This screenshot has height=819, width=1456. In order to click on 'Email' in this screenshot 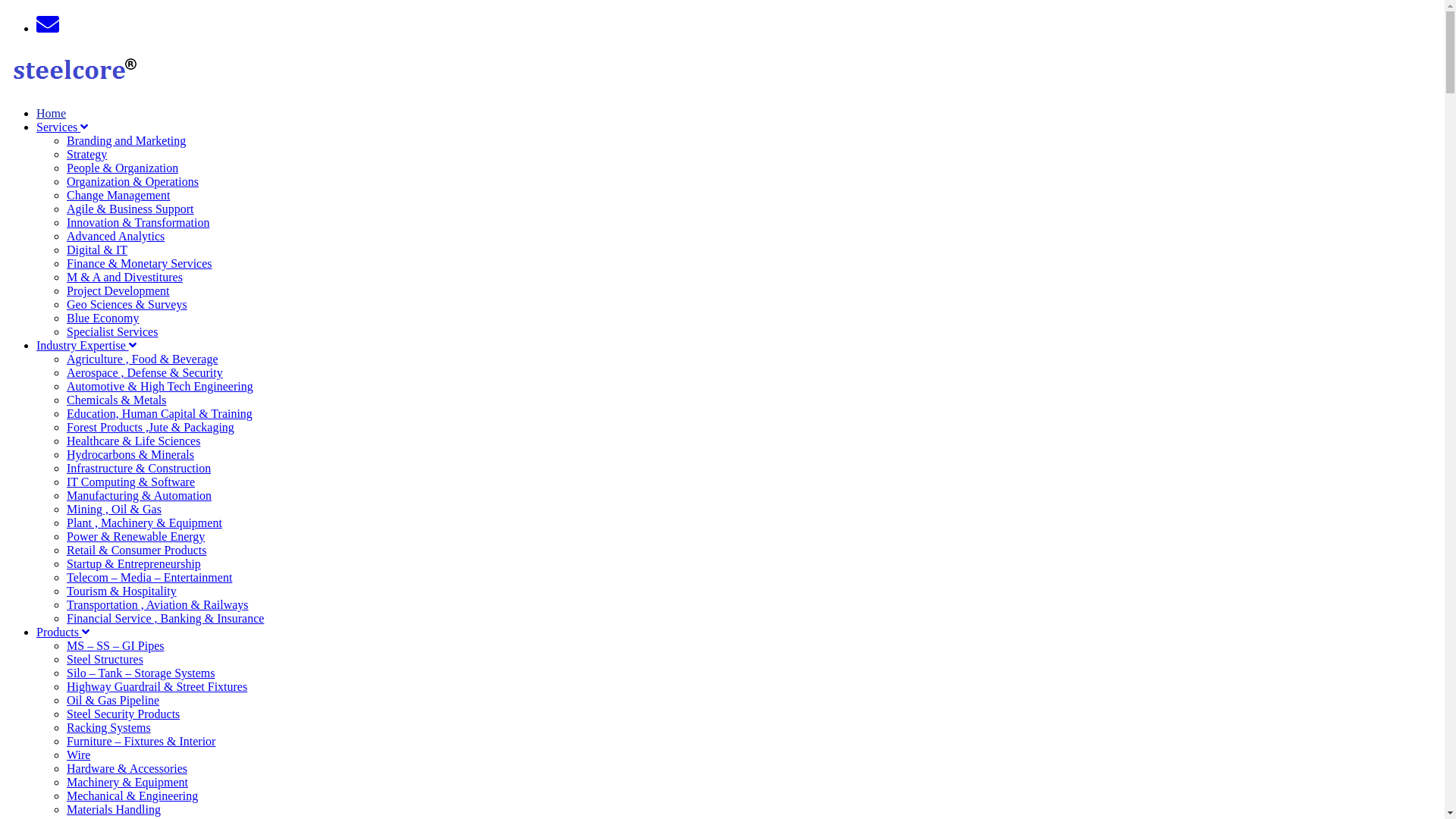, I will do `click(36, 24)`.